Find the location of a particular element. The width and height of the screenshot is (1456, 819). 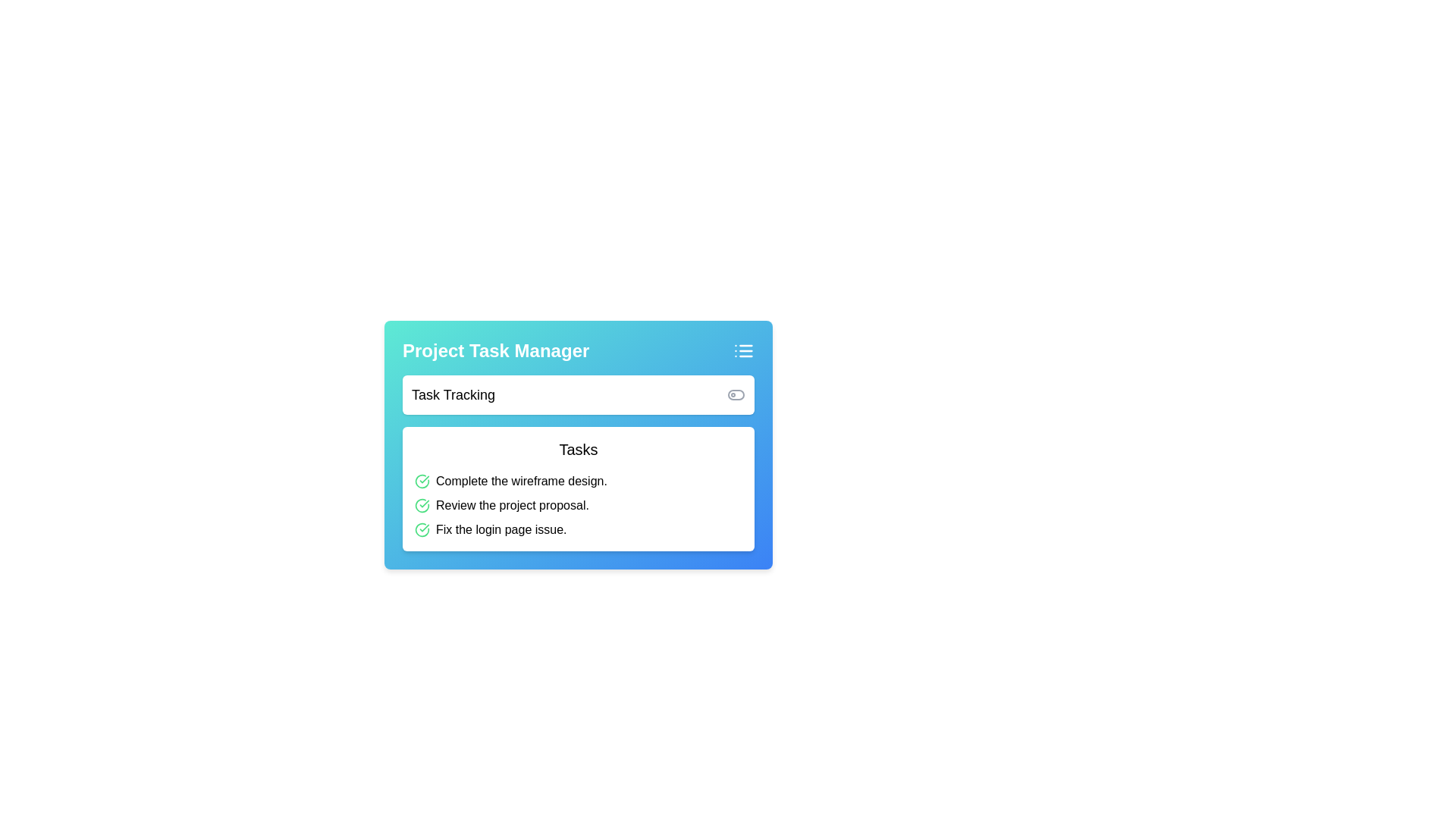

the 'Tasks' list element which contains items prefixed by green circular checkmark icons in the 'Project Task Manager' component is located at coordinates (578, 462).